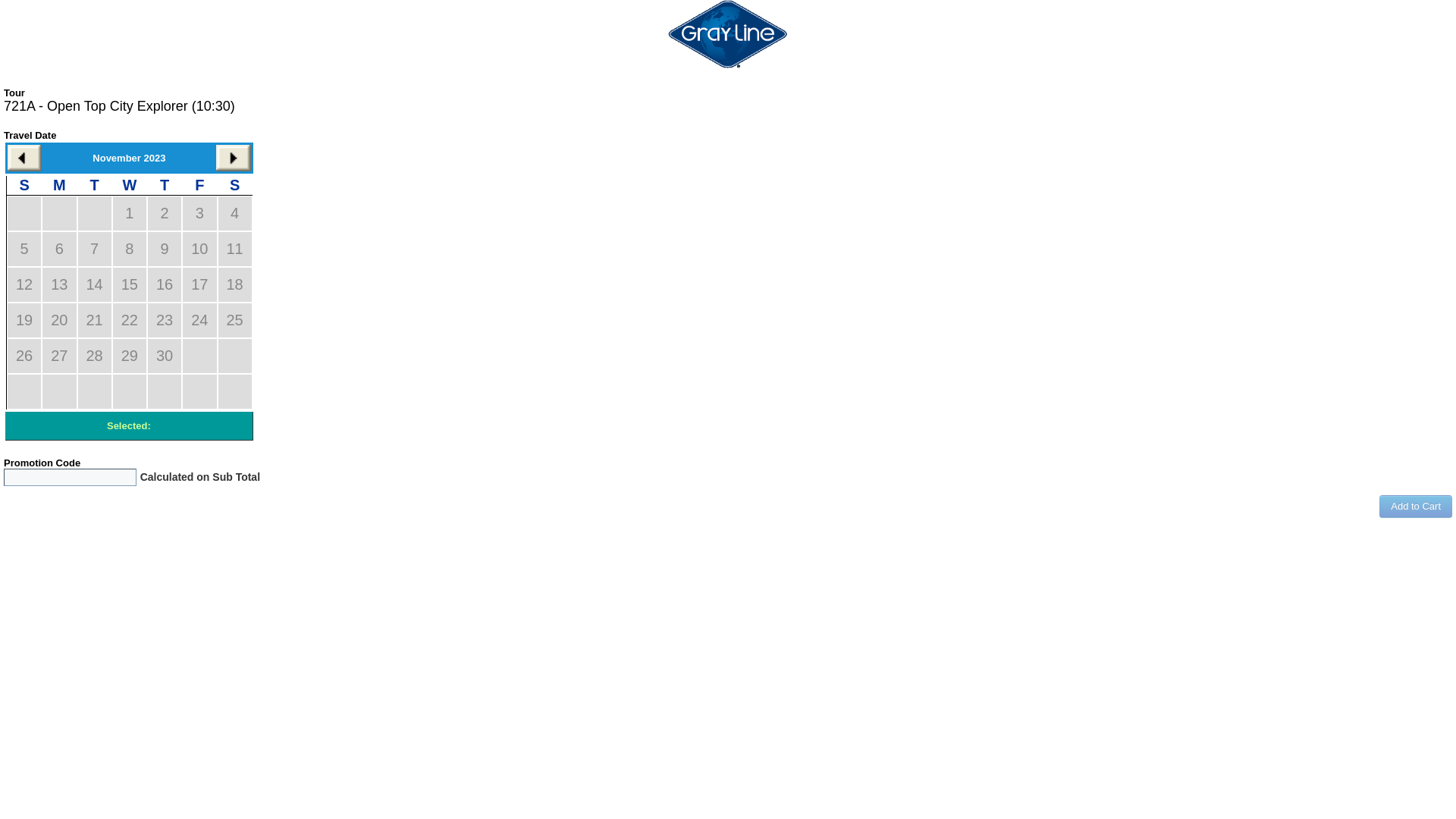 This screenshot has height=819, width=1456. Describe the element at coordinates (1415, 506) in the screenshot. I see `'Add to Cart'` at that location.